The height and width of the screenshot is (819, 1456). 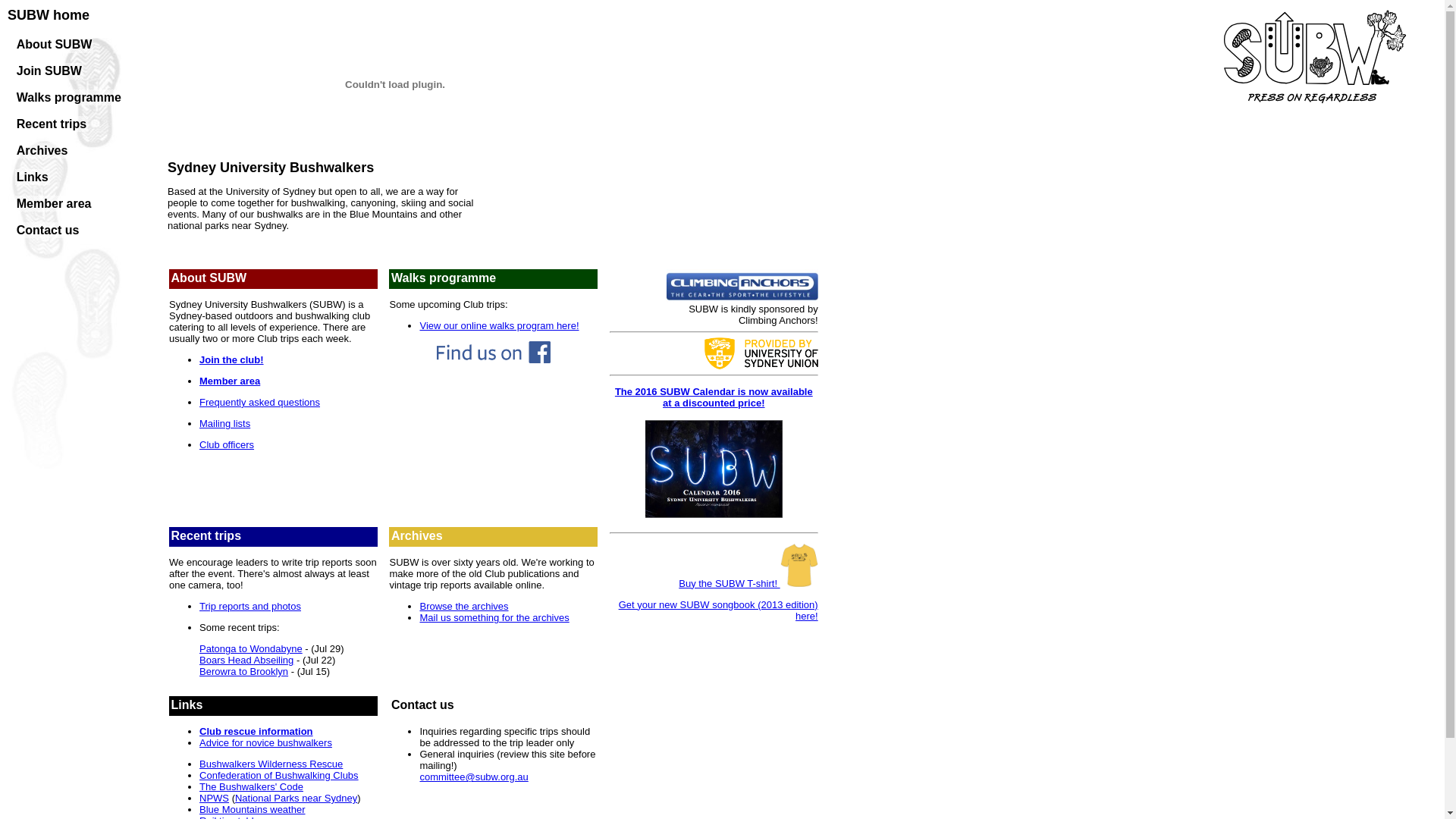 What do you see at coordinates (419, 777) in the screenshot?
I see `'committee@subw.org.au'` at bounding box center [419, 777].